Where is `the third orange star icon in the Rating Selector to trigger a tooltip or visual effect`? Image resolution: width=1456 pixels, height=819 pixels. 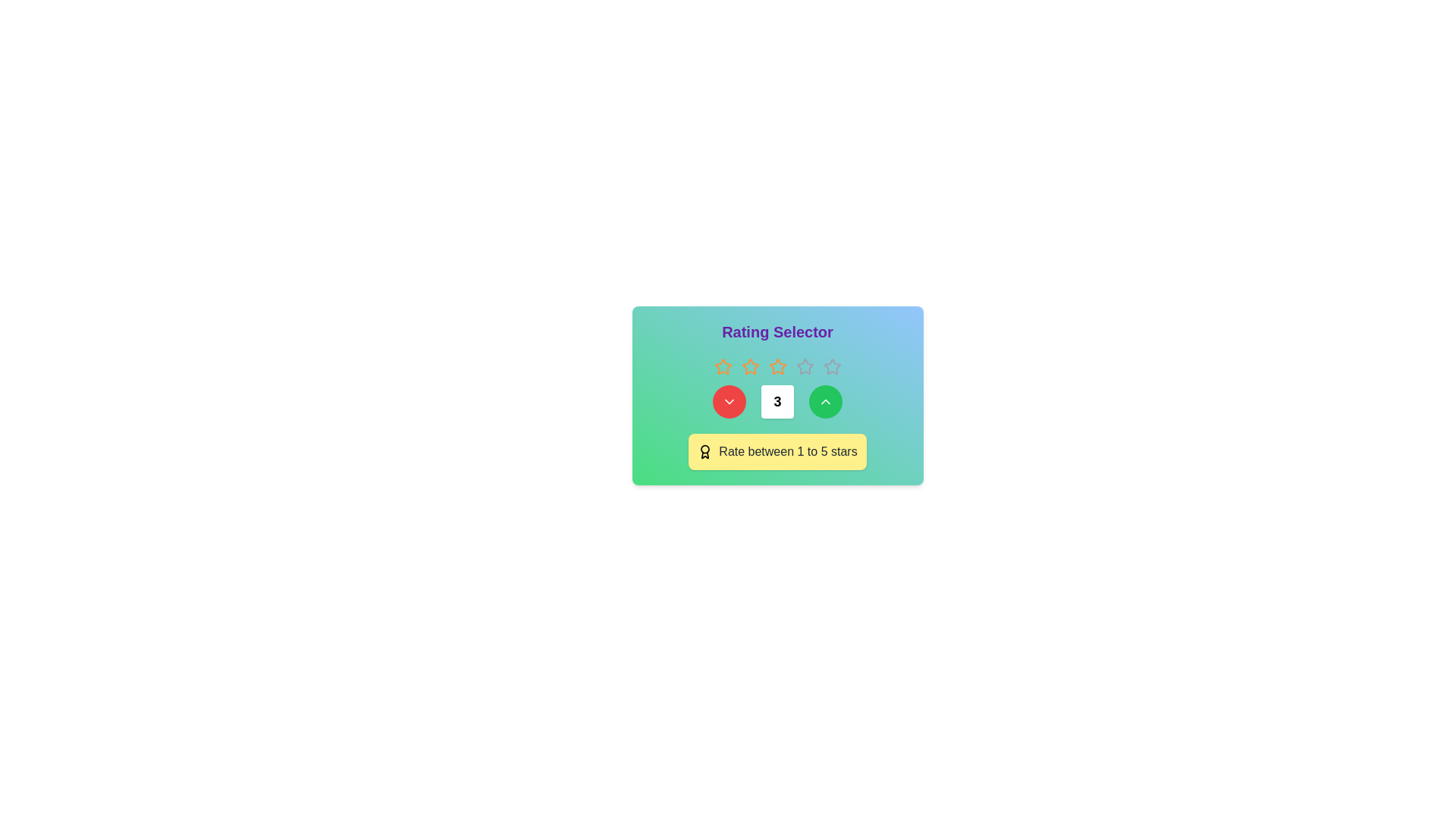 the third orange star icon in the Rating Selector to trigger a tooltip or visual effect is located at coordinates (777, 366).